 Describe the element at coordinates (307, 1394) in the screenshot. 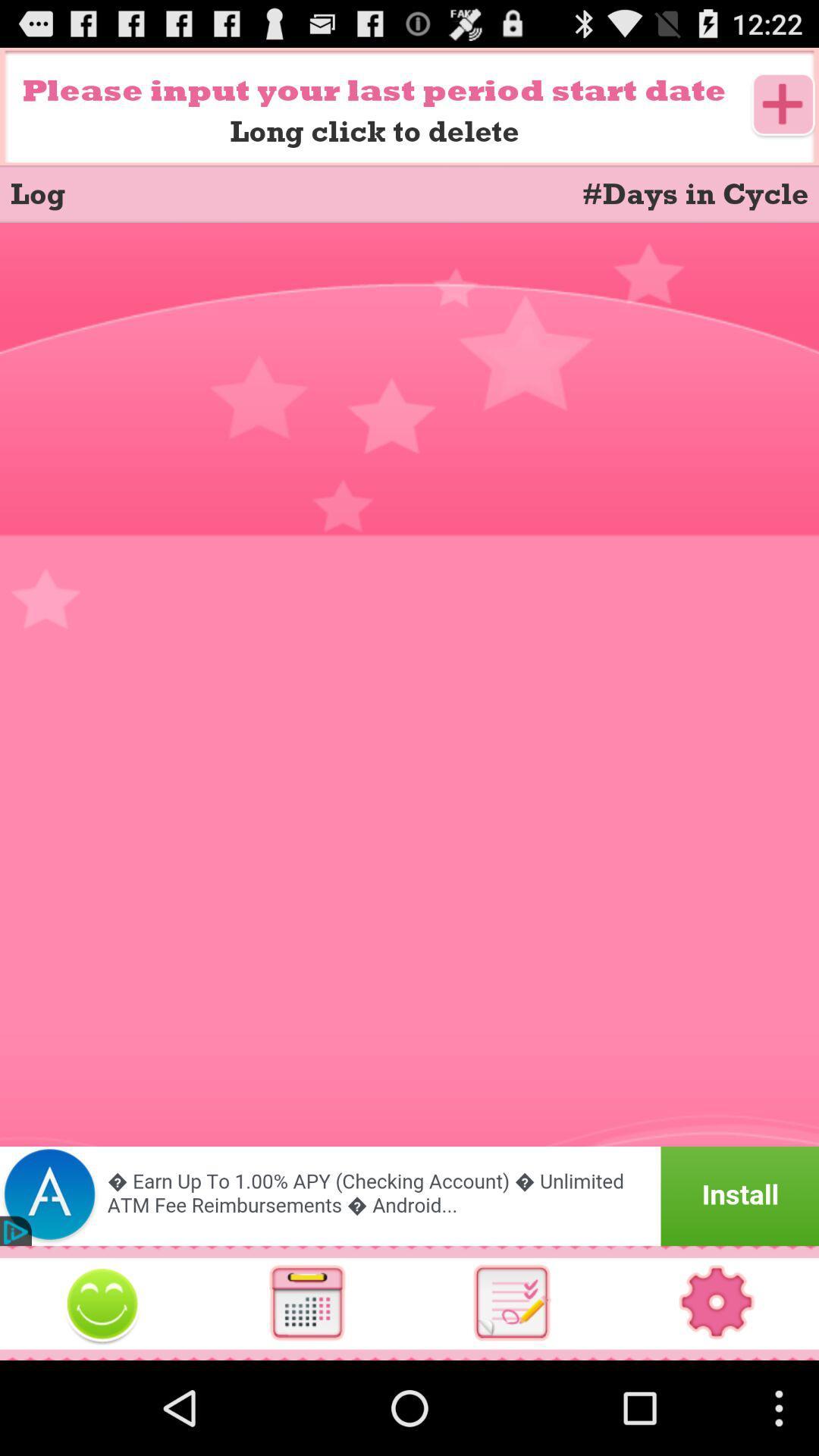

I see `the date_range icon` at that location.